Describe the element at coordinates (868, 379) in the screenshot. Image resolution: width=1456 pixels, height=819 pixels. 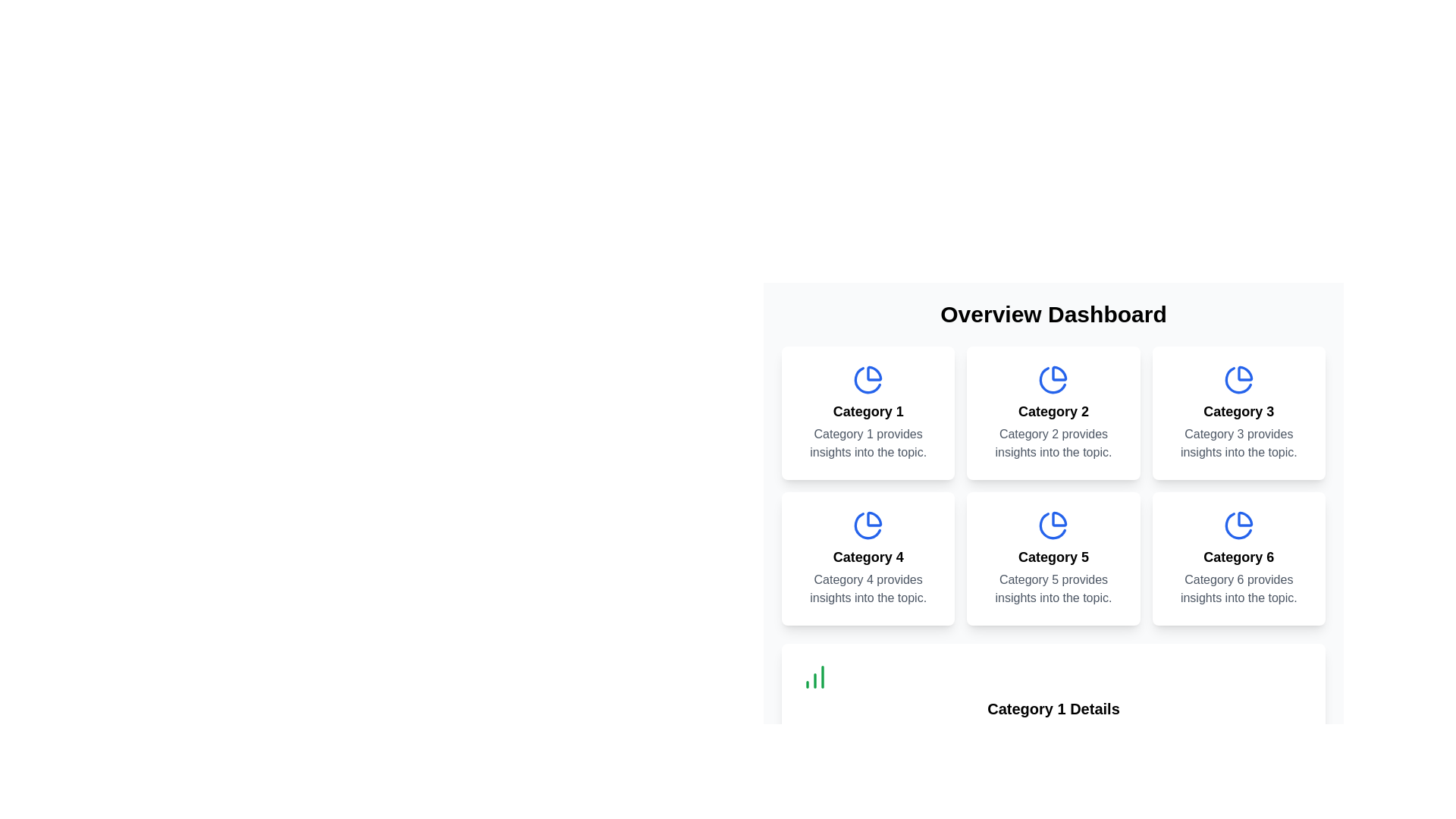
I see `the Decorative icon, a circular pie chart icon with a blue outline located at the top center of the 'Category 1' card` at that location.